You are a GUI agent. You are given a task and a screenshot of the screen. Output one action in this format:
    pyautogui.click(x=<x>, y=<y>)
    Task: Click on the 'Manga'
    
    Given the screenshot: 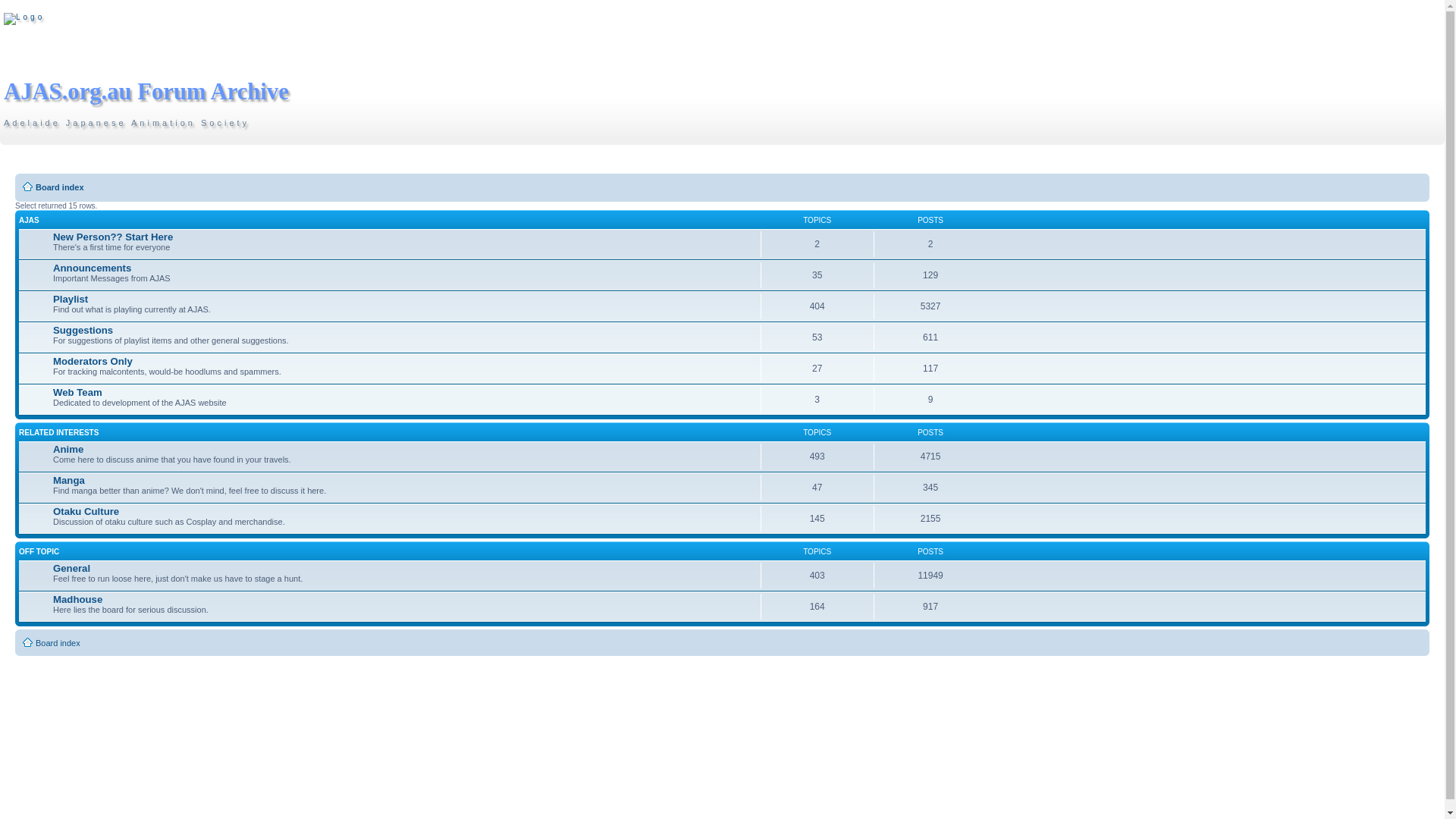 What is the action you would take?
    pyautogui.click(x=68, y=480)
    